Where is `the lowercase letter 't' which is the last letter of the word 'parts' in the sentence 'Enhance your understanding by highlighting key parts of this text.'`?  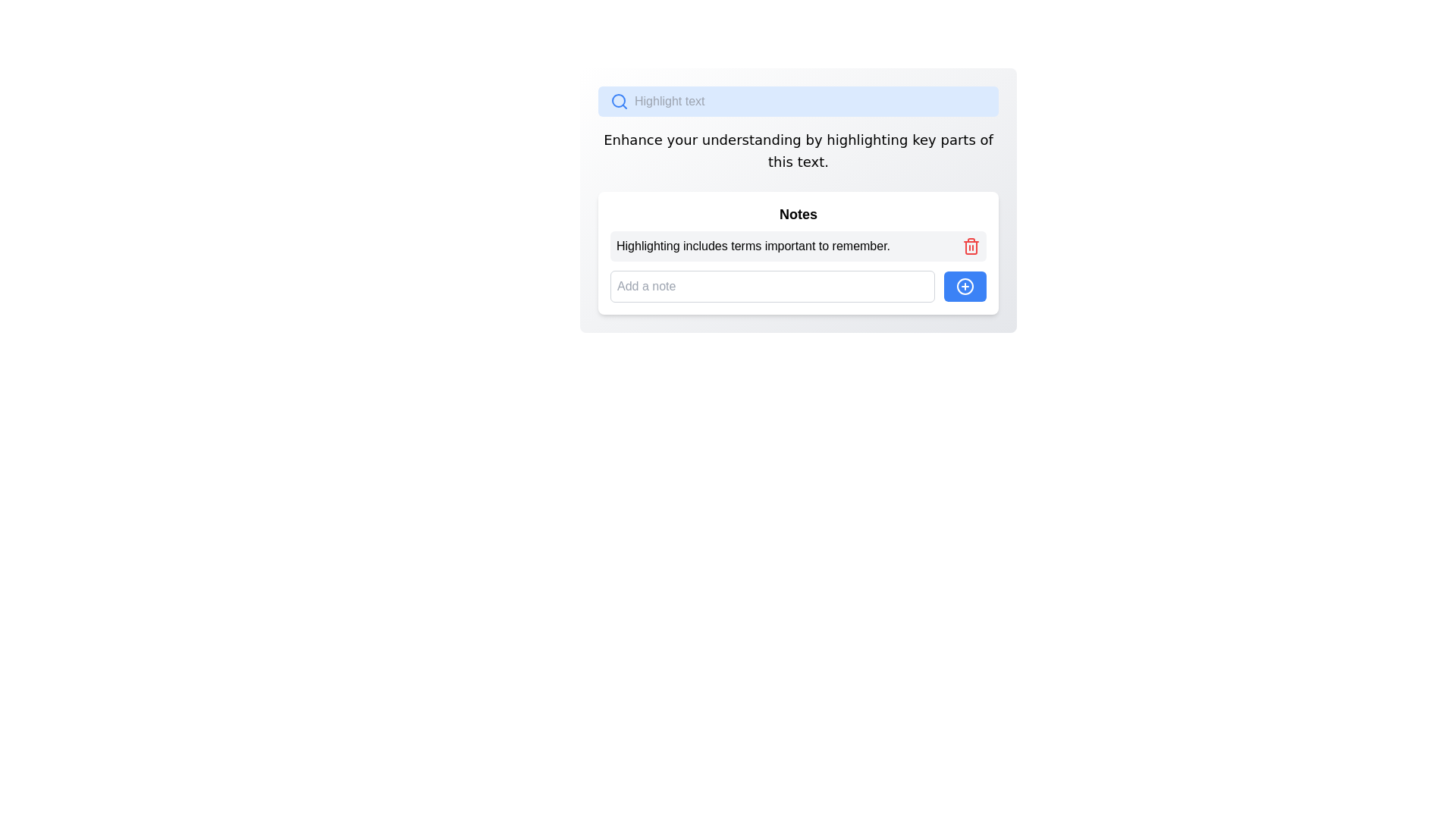
the lowercase letter 't' which is the last letter of the word 'parts' in the sentence 'Enhance your understanding by highlighting key parts of this text.' is located at coordinates (965, 140).